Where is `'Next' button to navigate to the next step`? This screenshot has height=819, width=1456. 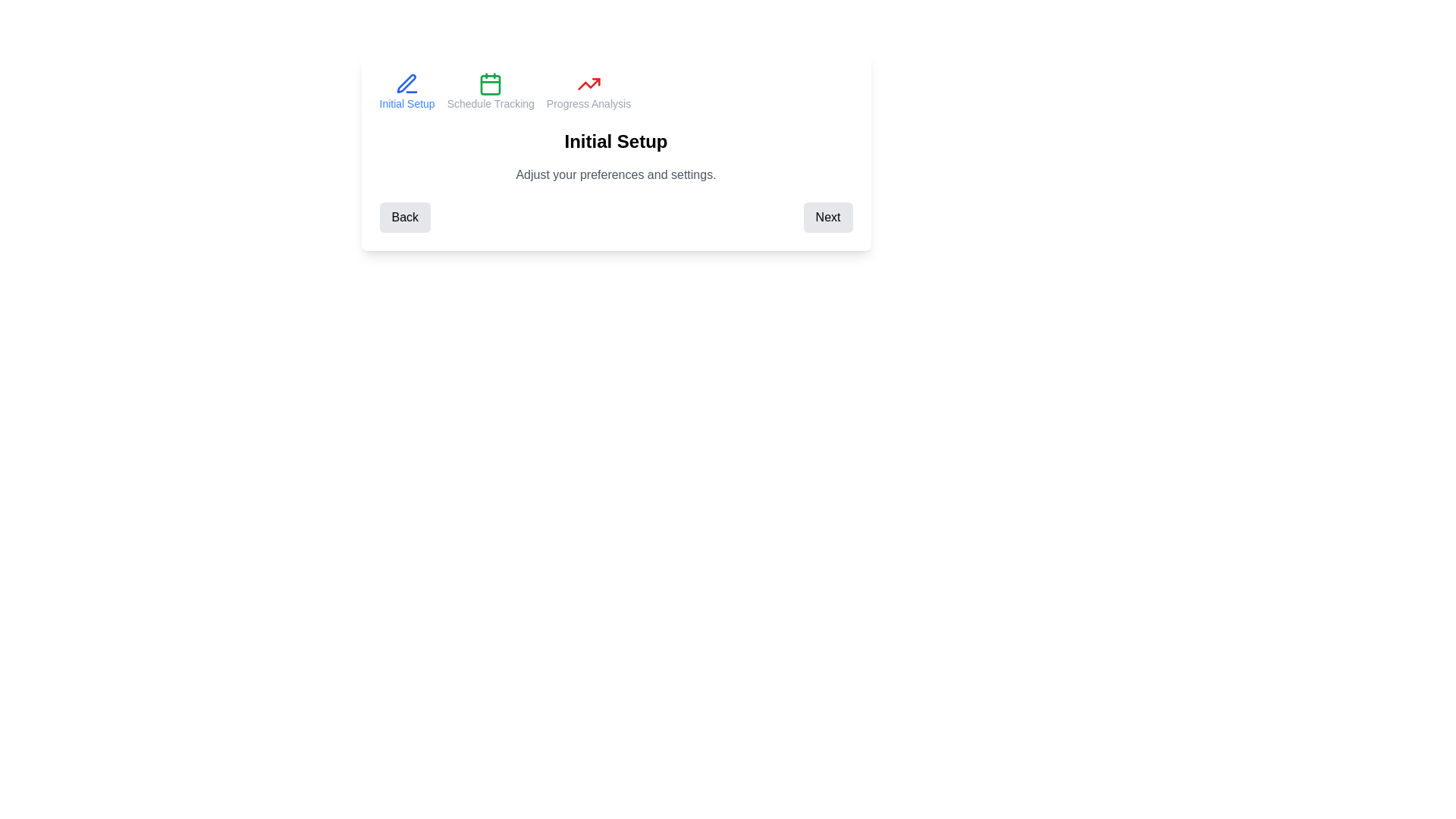 'Next' button to navigate to the next step is located at coordinates (827, 217).